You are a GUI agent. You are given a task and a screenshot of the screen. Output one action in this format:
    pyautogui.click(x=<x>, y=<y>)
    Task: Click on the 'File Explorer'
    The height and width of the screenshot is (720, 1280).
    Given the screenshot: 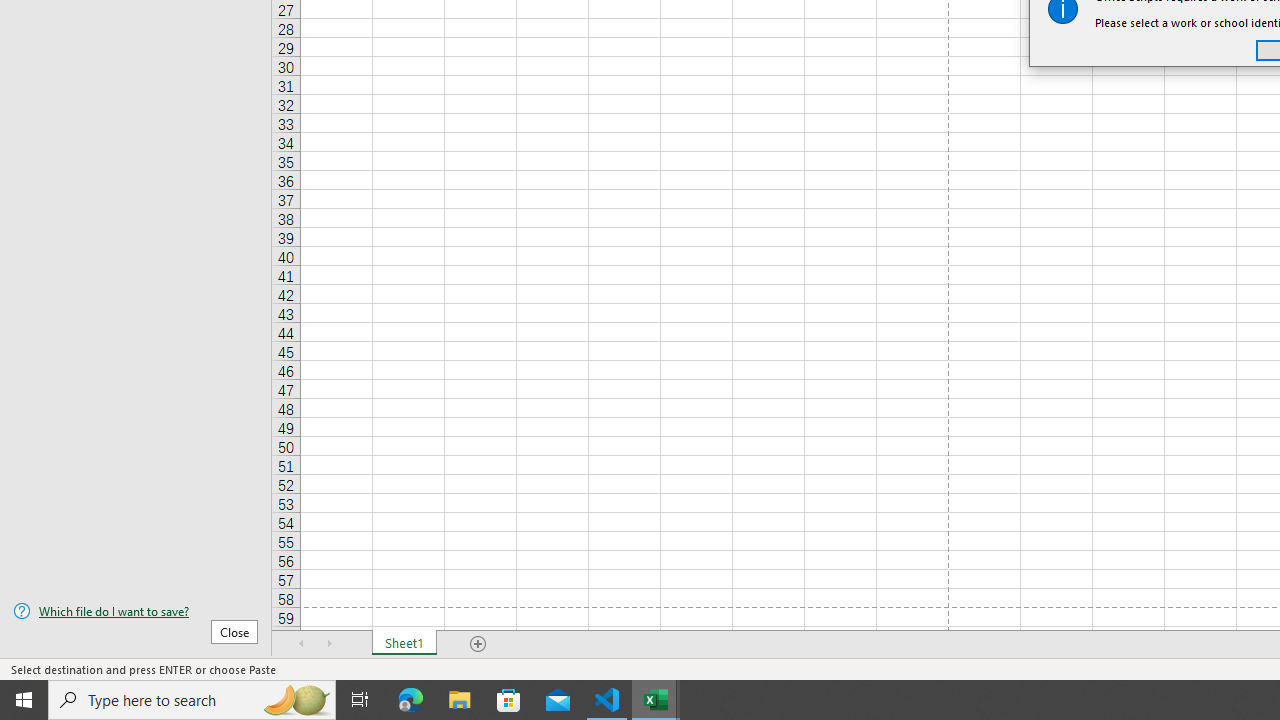 What is the action you would take?
    pyautogui.click(x=459, y=698)
    